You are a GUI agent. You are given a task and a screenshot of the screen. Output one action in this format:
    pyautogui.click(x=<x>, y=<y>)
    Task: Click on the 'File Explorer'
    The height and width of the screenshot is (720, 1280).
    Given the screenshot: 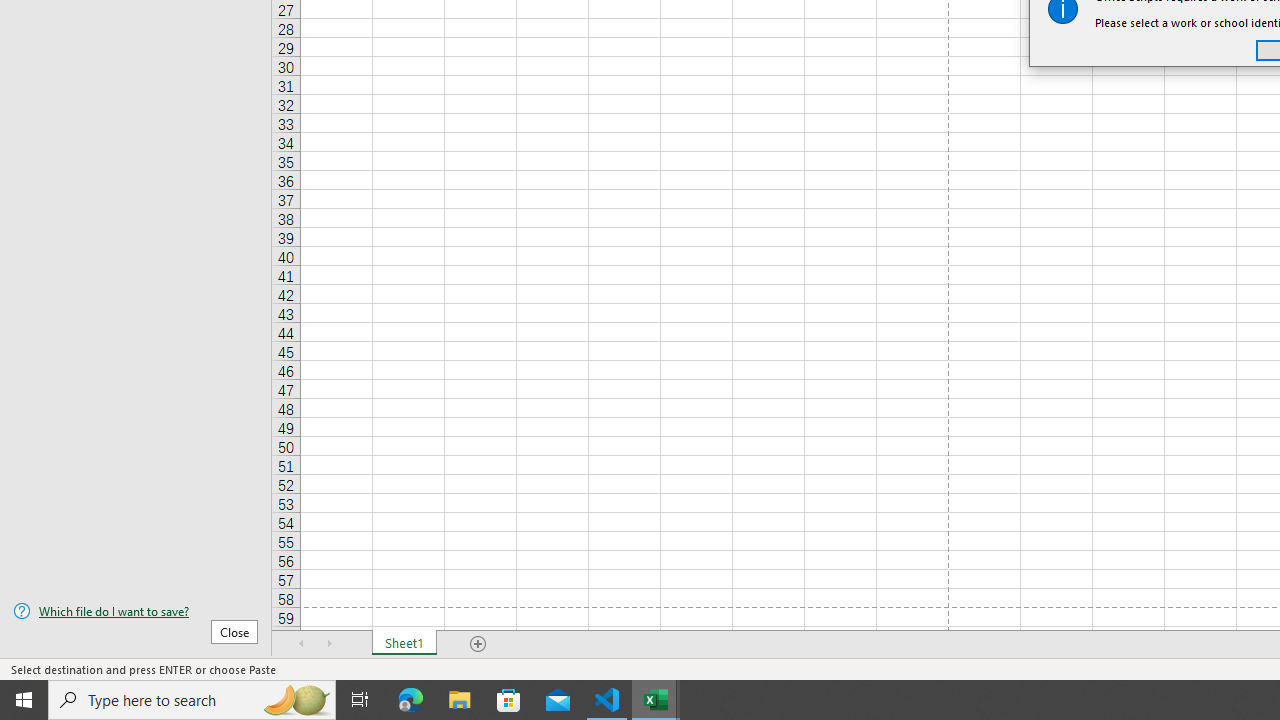 What is the action you would take?
    pyautogui.click(x=459, y=698)
    